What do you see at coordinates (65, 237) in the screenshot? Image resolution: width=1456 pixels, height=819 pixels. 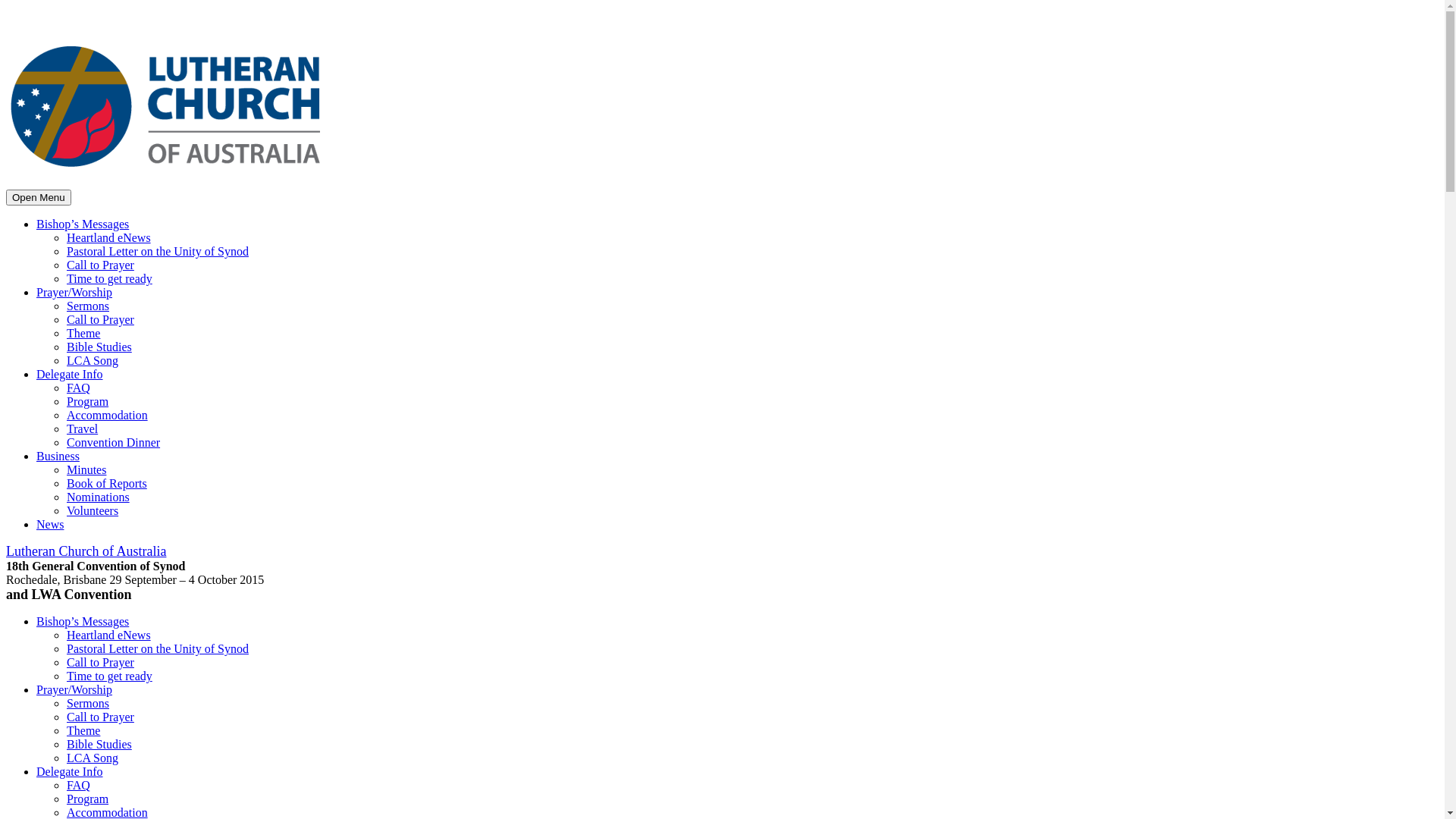 I see `'Heartland eNews'` at bounding box center [65, 237].